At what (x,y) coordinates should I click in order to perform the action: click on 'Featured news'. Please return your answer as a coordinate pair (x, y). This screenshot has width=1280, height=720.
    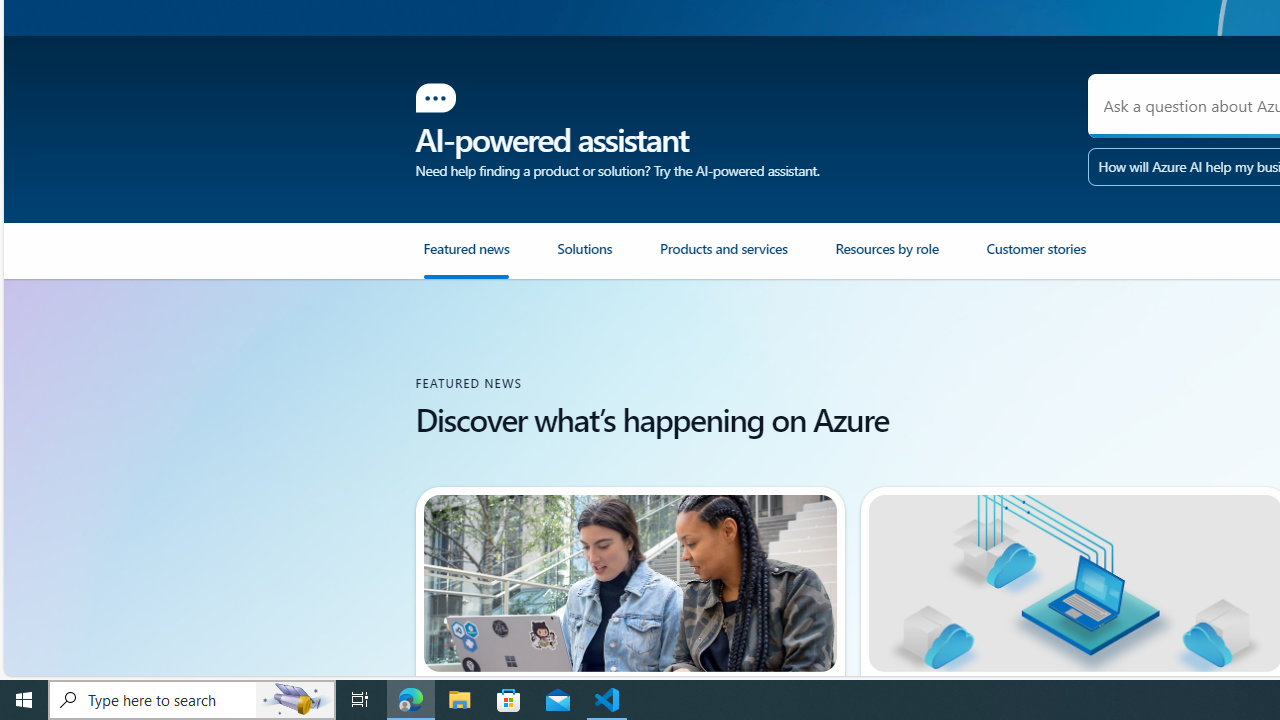
    Looking at the image, I should click on (464, 256).